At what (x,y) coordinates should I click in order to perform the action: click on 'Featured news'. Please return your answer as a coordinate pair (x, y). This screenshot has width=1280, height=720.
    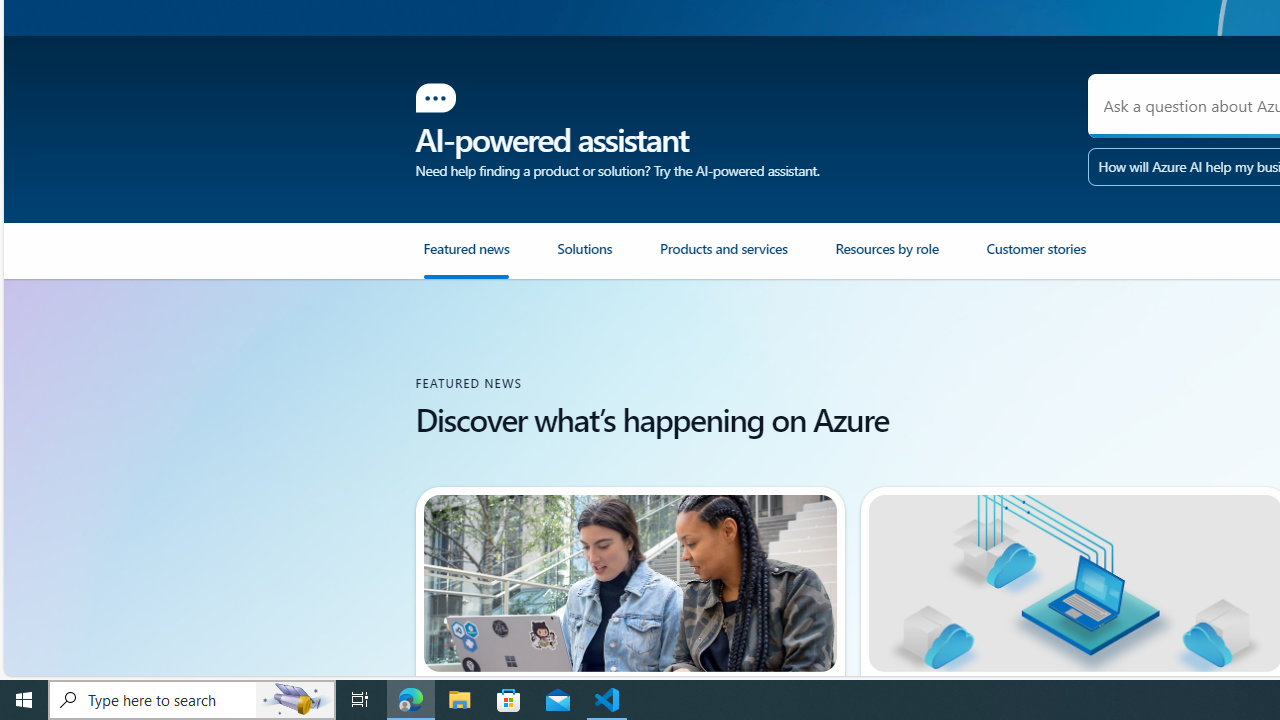
    Looking at the image, I should click on (464, 256).